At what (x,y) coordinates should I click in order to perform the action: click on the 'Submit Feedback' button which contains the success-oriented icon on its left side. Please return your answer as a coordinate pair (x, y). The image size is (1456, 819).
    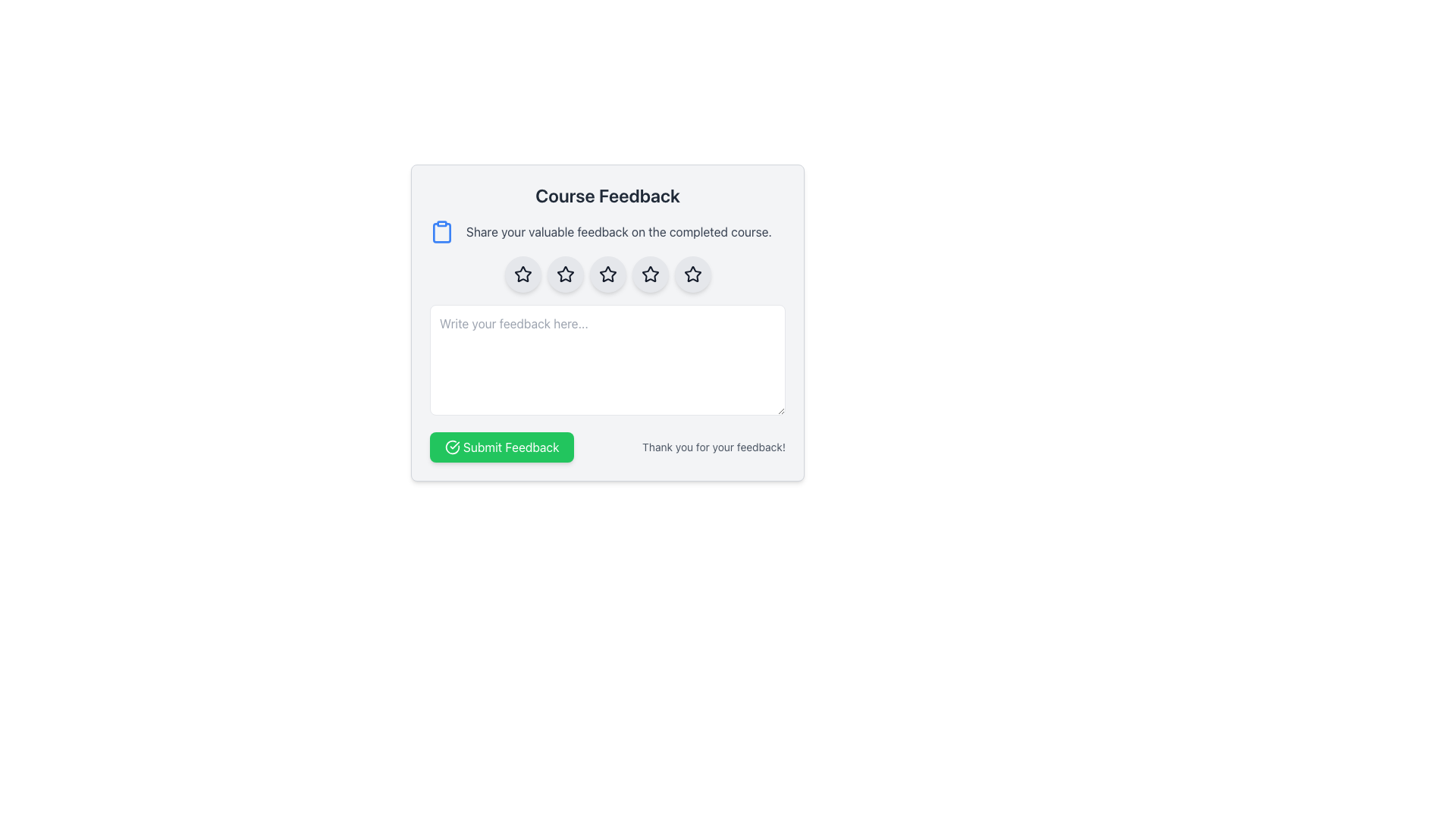
    Looking at the image, I should click on (451, 447).